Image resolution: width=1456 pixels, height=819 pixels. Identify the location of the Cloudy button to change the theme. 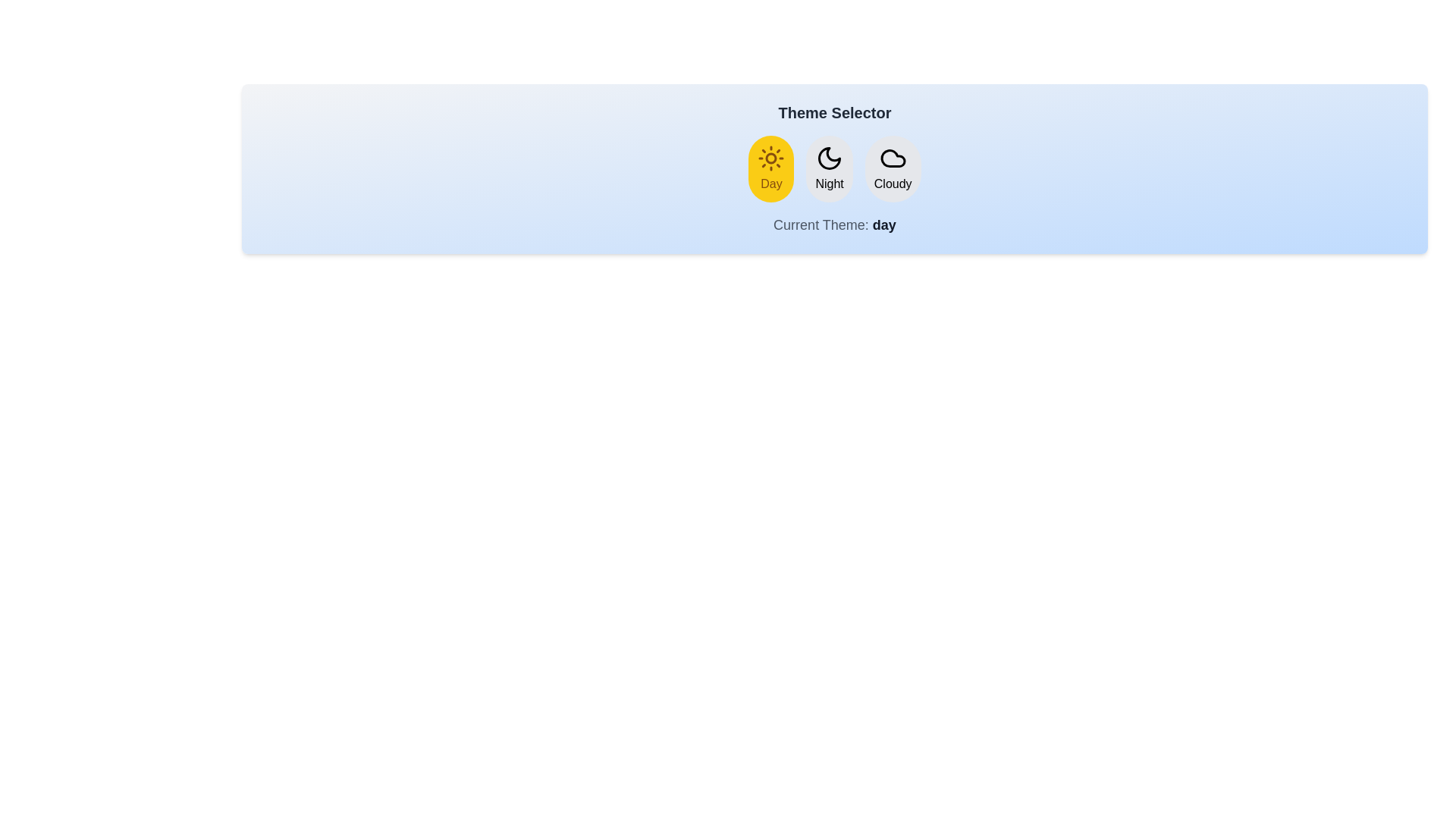
(893, 169).